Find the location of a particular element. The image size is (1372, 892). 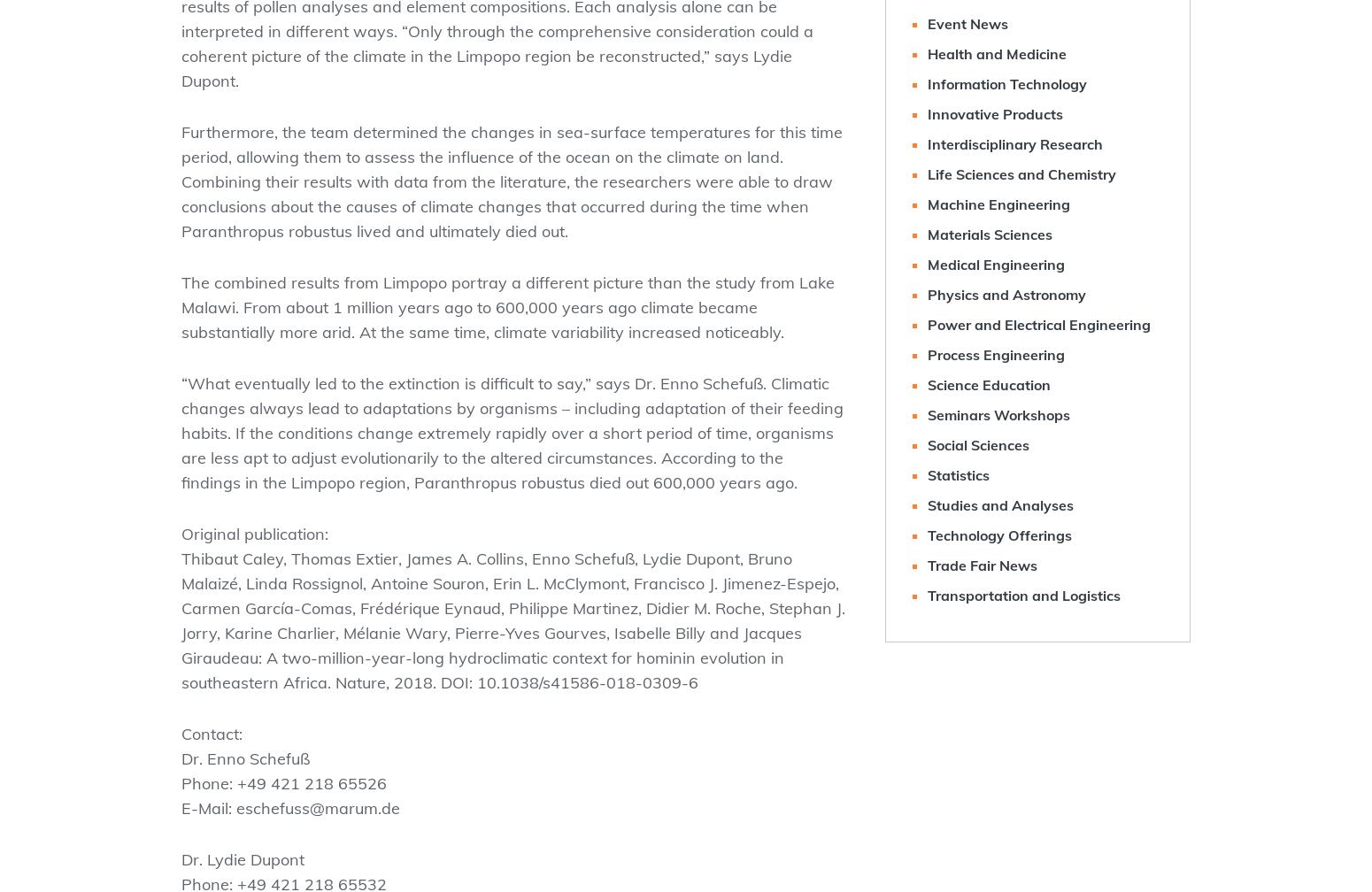

'Innovative Products' is located at coordinates (994, 114).